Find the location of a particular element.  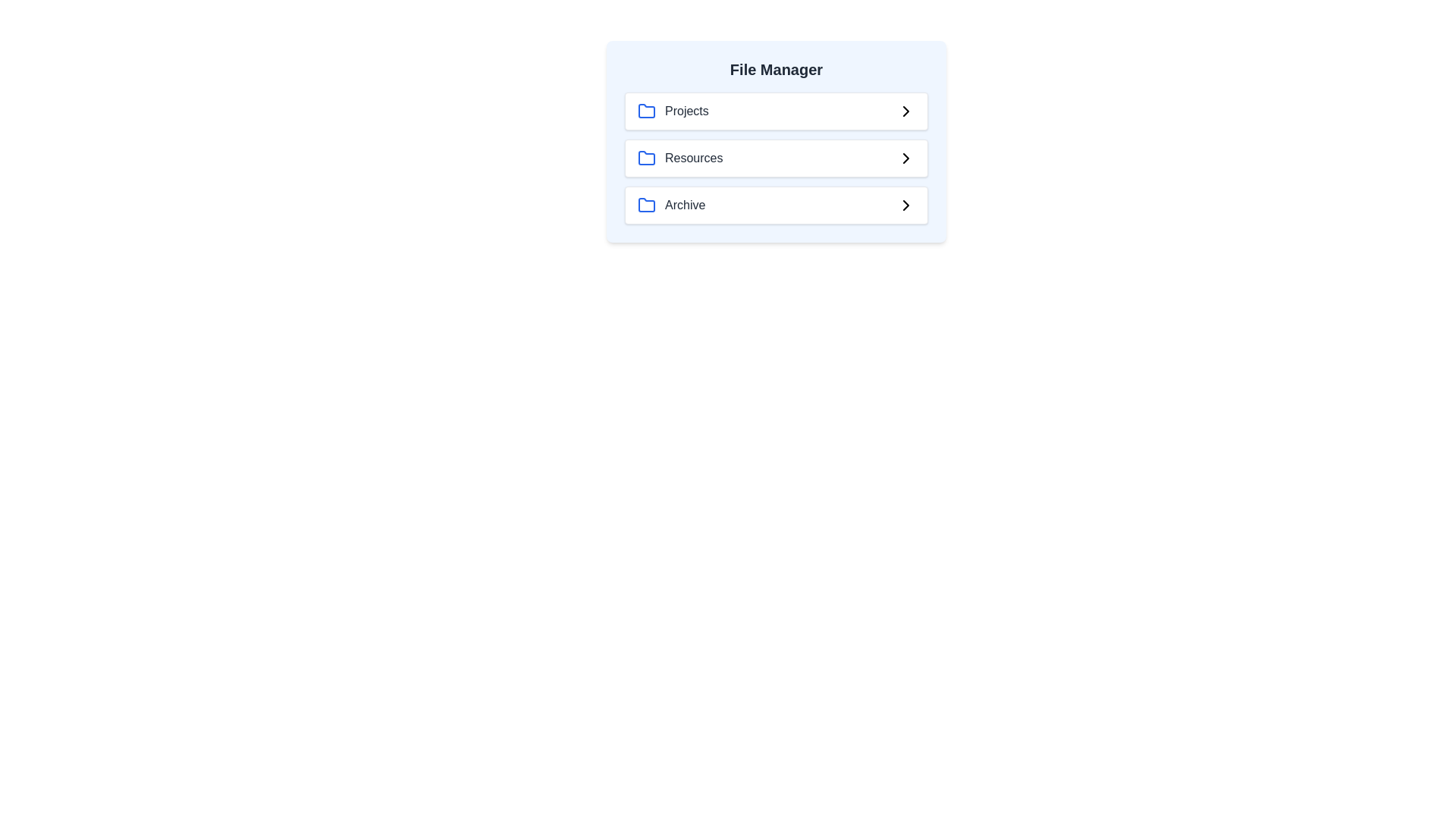

the Archive icon in the File Manager interface is located at coordinates (647, 205).